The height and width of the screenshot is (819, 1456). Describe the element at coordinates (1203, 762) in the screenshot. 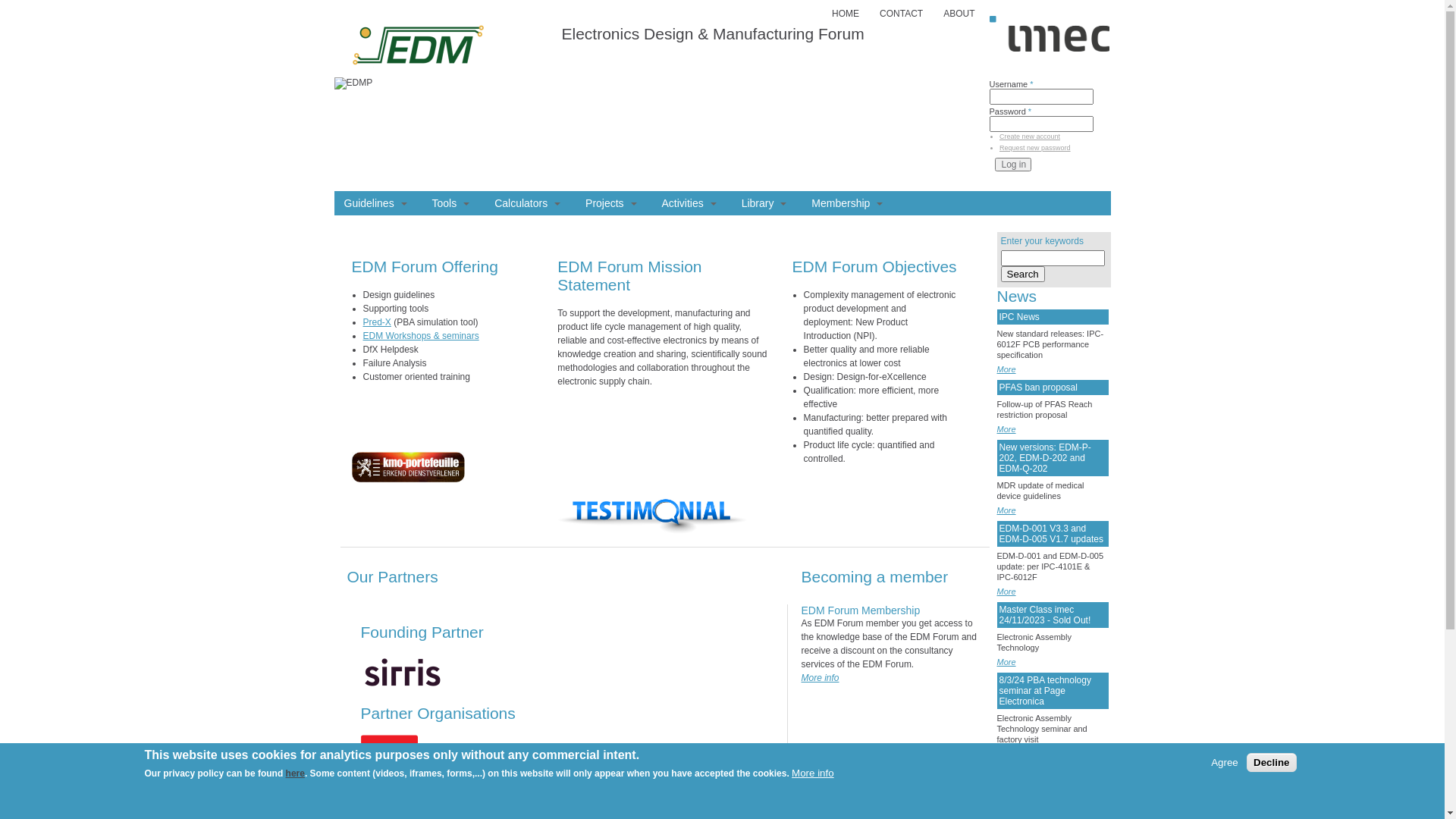

I see `'Agree'` at that location.